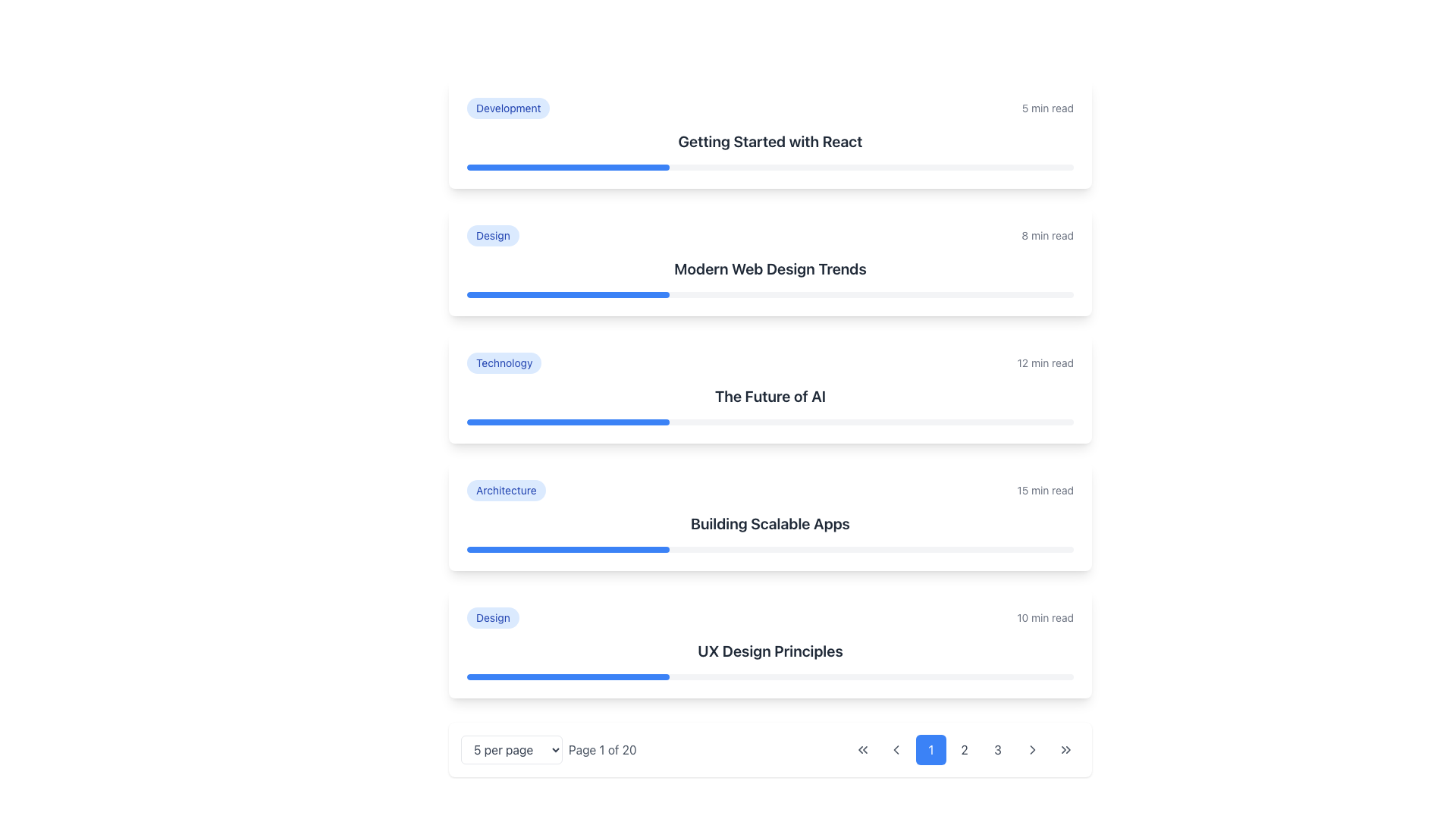 This screenshot has width=1456, height=819. What do you see at coordinates (1065, 748) in the screenshot?
I see `the navigation button with a double-chevron icon pointing to the right, located at the bottom-right corner of the interface` at bounding box center [1065, 748].